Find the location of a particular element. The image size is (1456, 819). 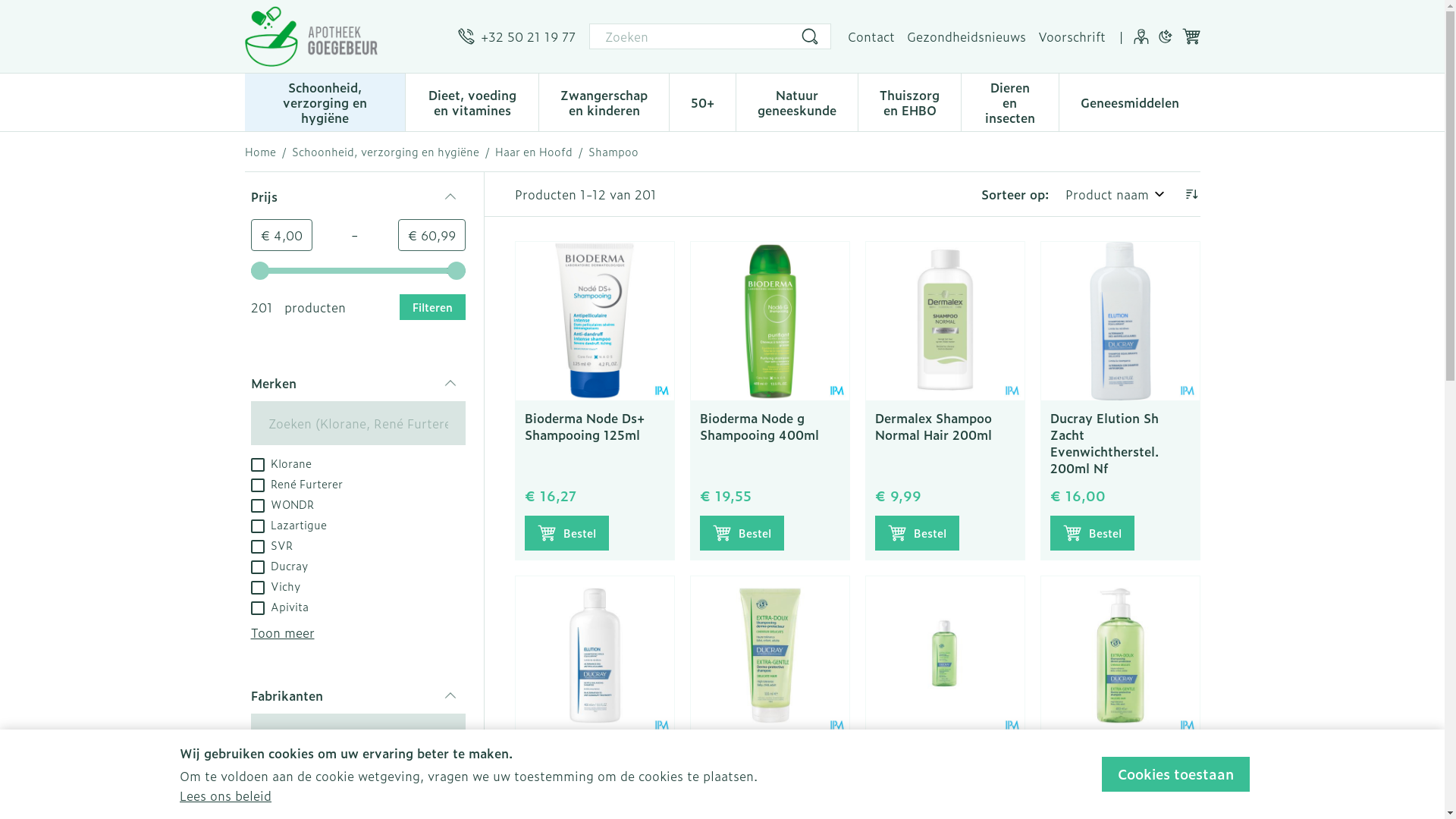

'Planet B' is located at coordinates (250, 795).